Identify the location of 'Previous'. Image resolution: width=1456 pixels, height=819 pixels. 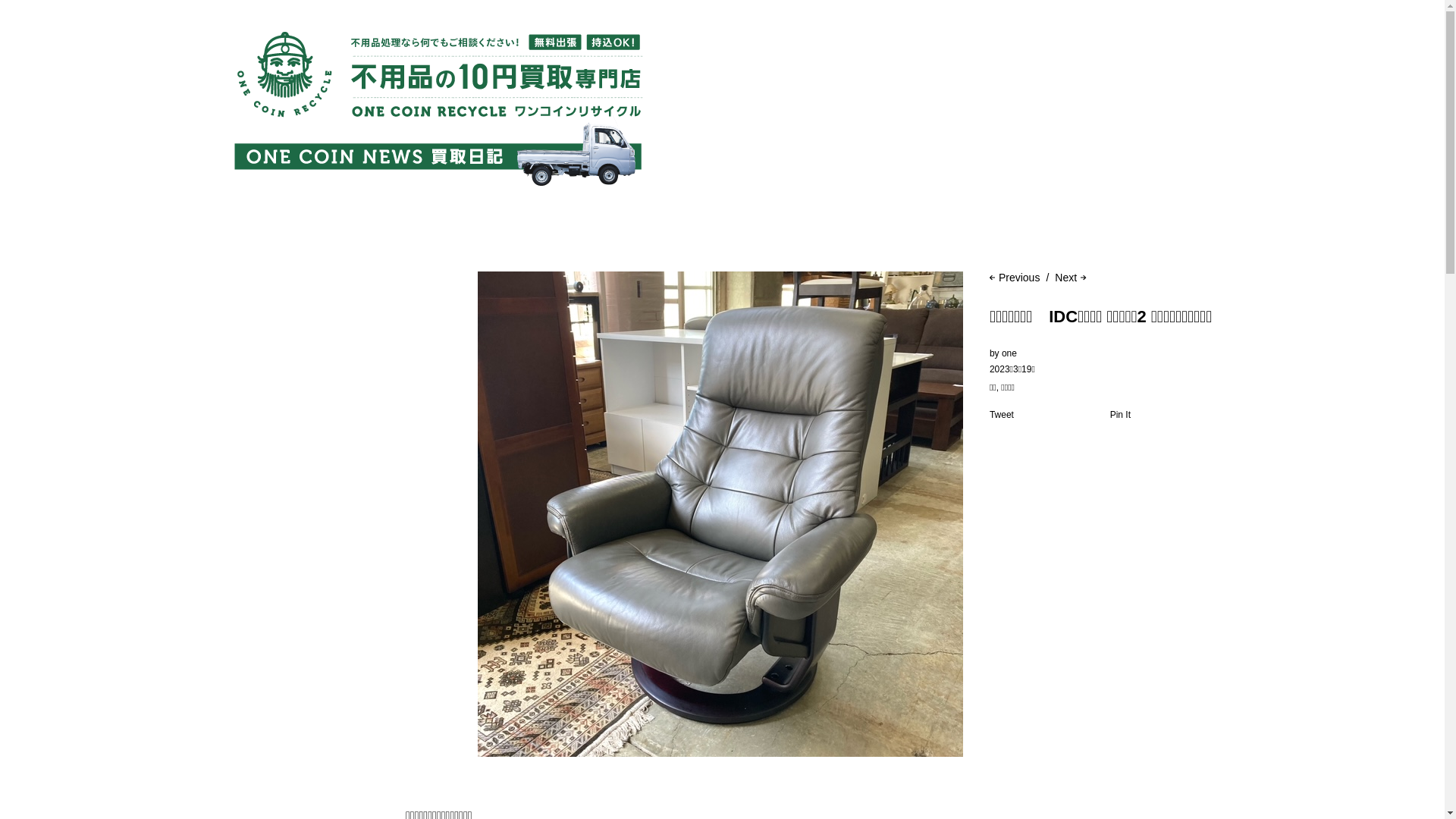
(1015, 278).